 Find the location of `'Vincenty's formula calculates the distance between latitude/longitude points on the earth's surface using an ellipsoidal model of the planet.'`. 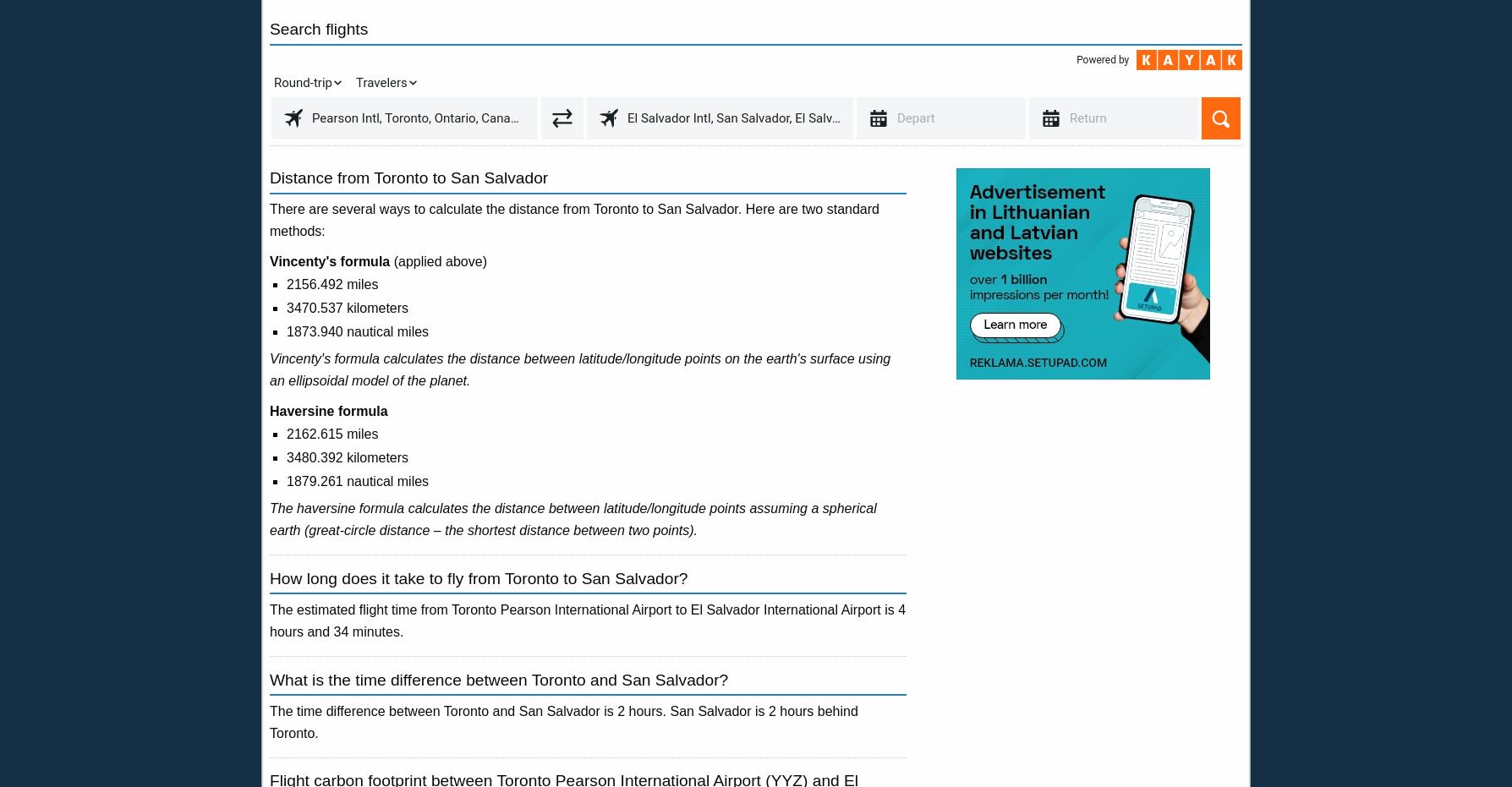

'Vincenty's formula calculates the distance between latitude/longitude points on the earth's surface using an ellipsoidal model of the planet.' is located at coordinates (579, 369).